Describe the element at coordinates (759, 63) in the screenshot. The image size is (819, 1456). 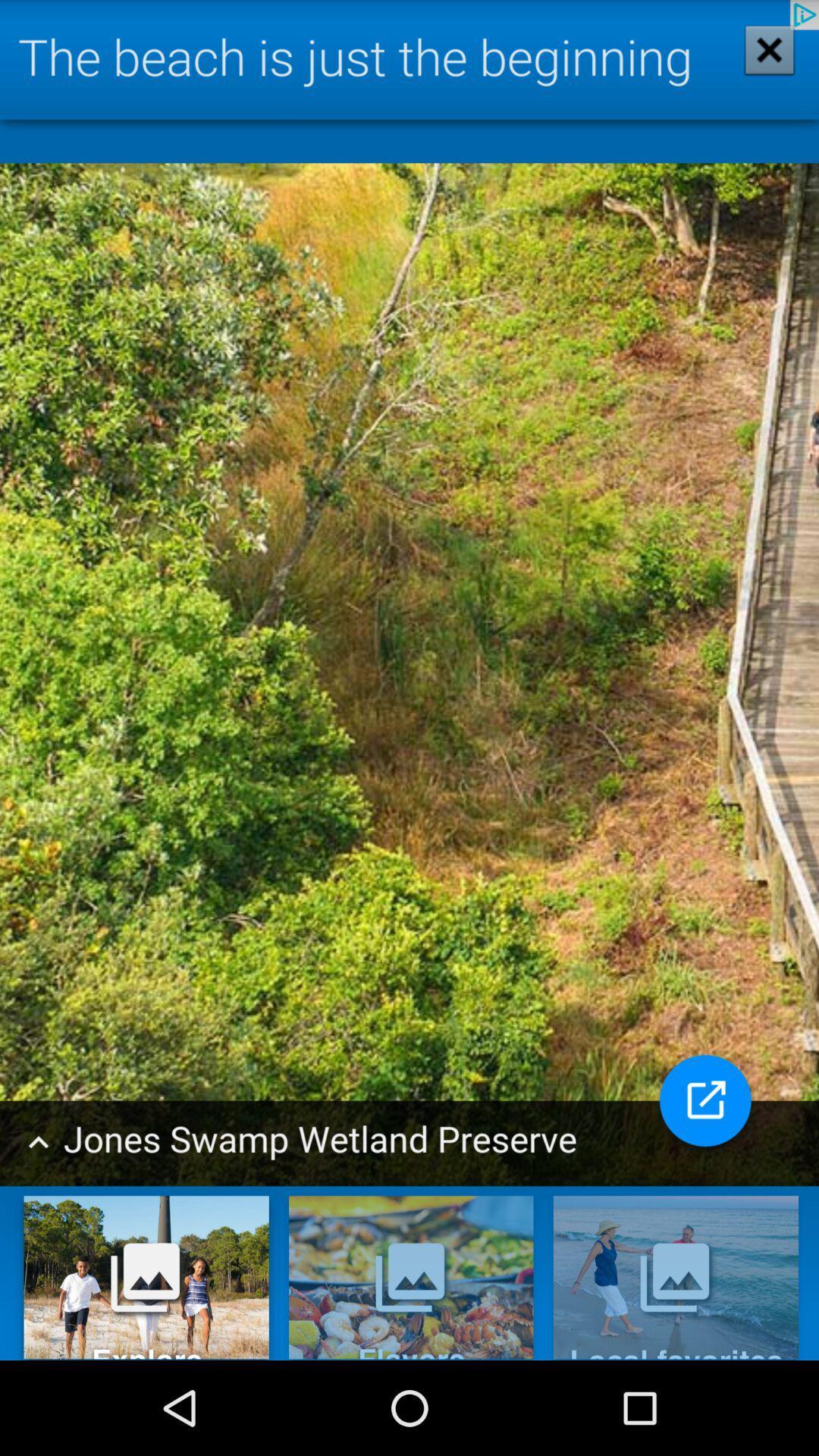
I see `the close icon` at that location.